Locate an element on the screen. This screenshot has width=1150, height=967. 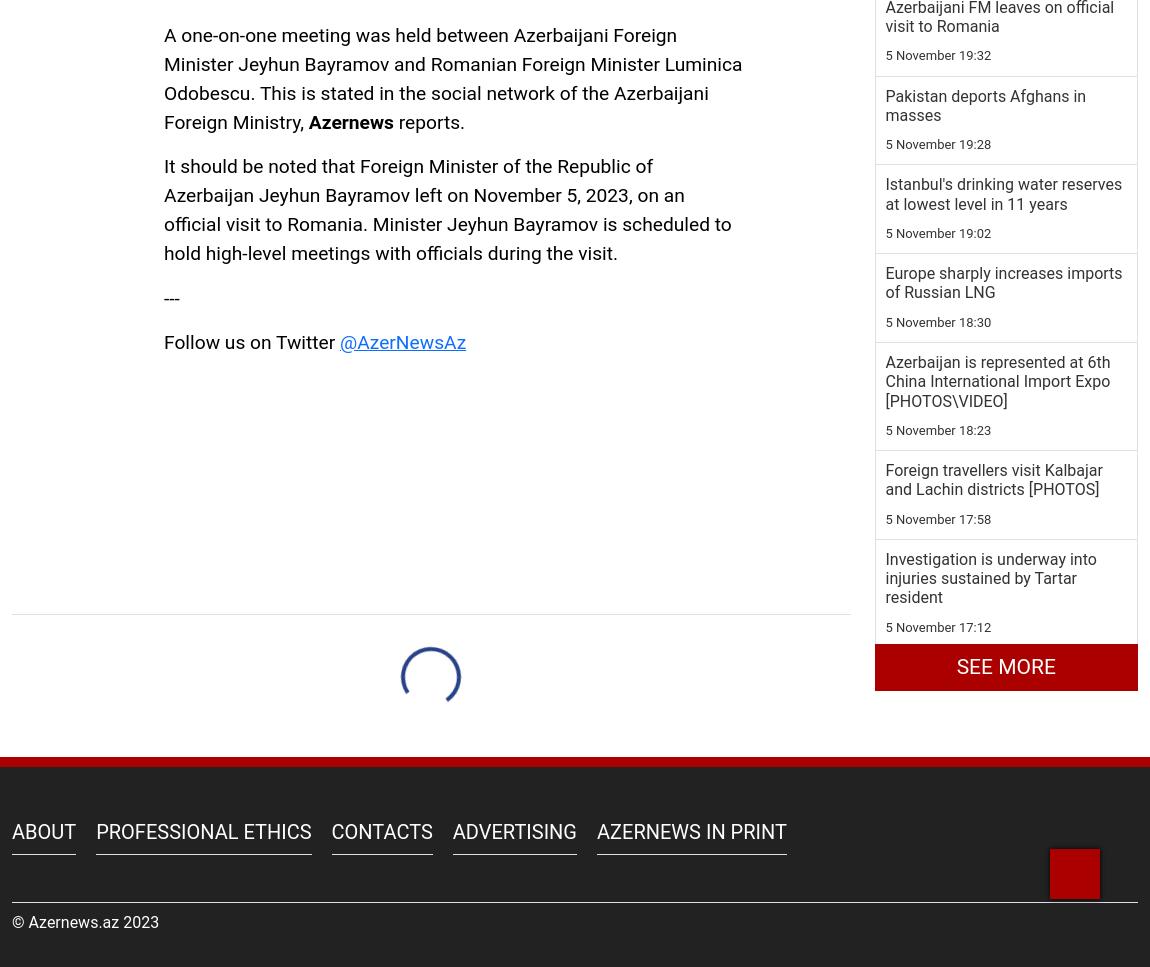
'5 November 08:00' is located at coordinates (938, 765).